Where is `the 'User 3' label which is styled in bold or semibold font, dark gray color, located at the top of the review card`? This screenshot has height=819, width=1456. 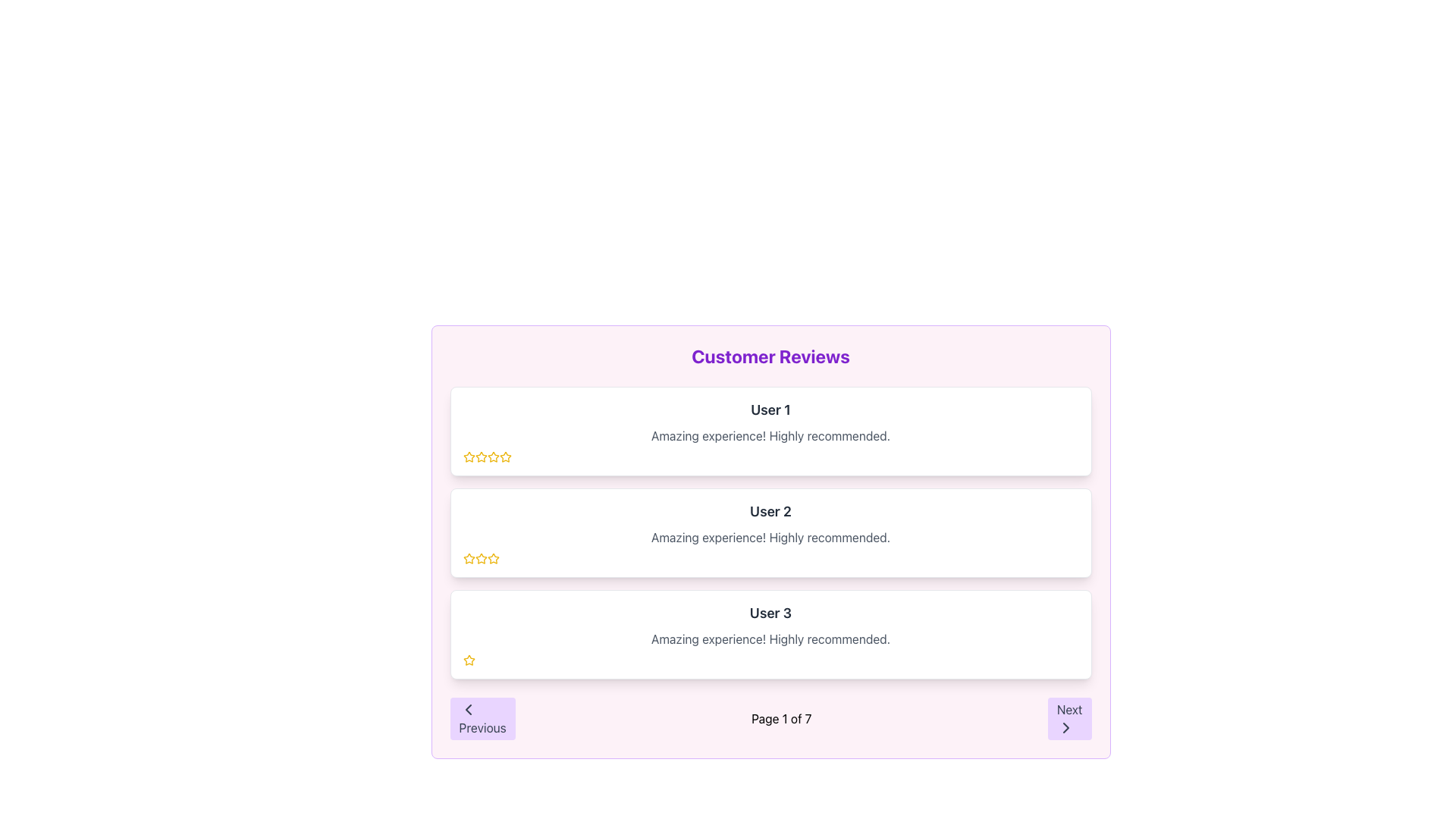
the 'User 3' label which is styled in bold or semibold font, dark gray color, located at the top of the review card is located at coordinates (770, 613).